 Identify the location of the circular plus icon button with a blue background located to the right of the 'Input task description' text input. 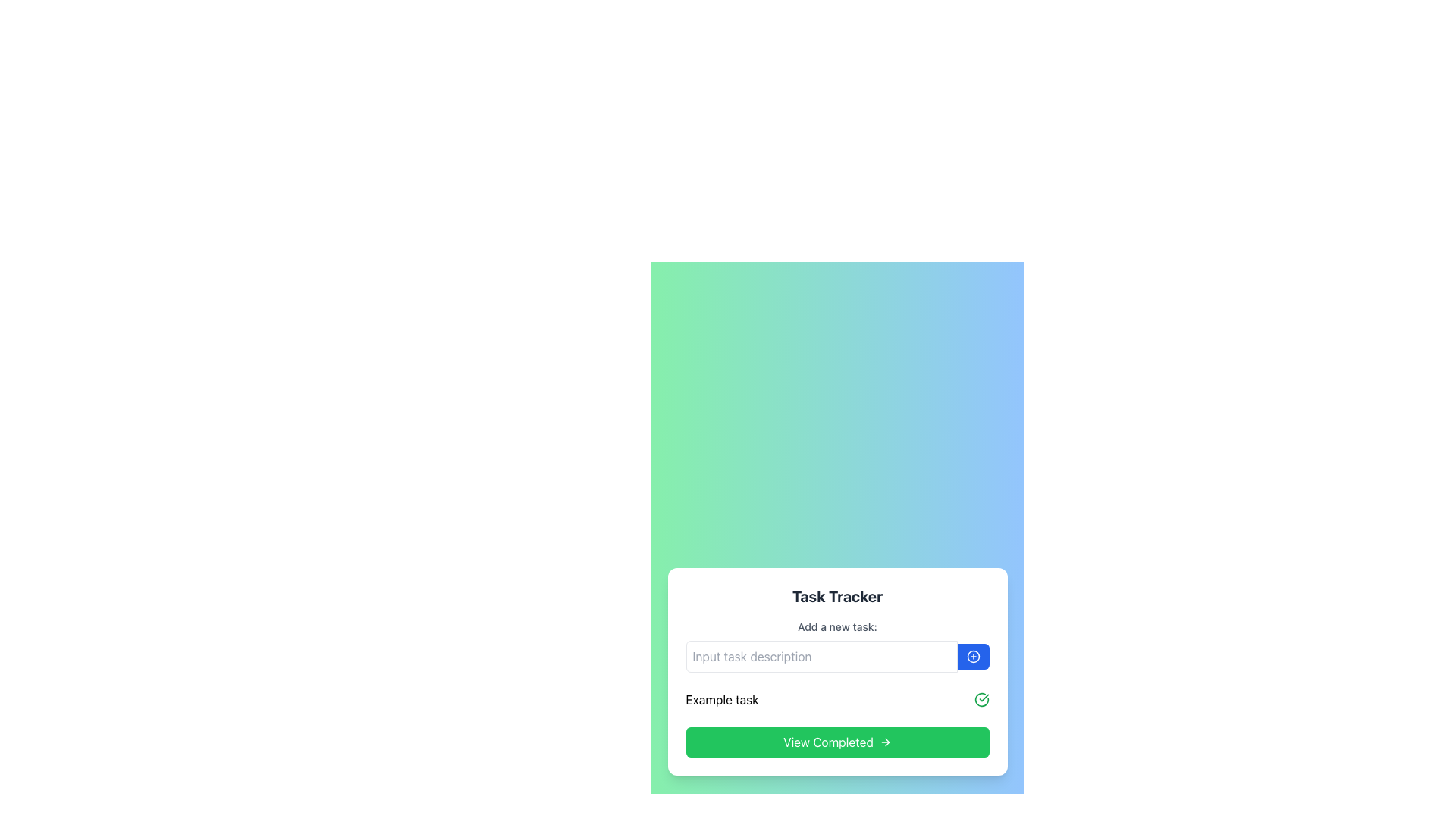
(973, 656).